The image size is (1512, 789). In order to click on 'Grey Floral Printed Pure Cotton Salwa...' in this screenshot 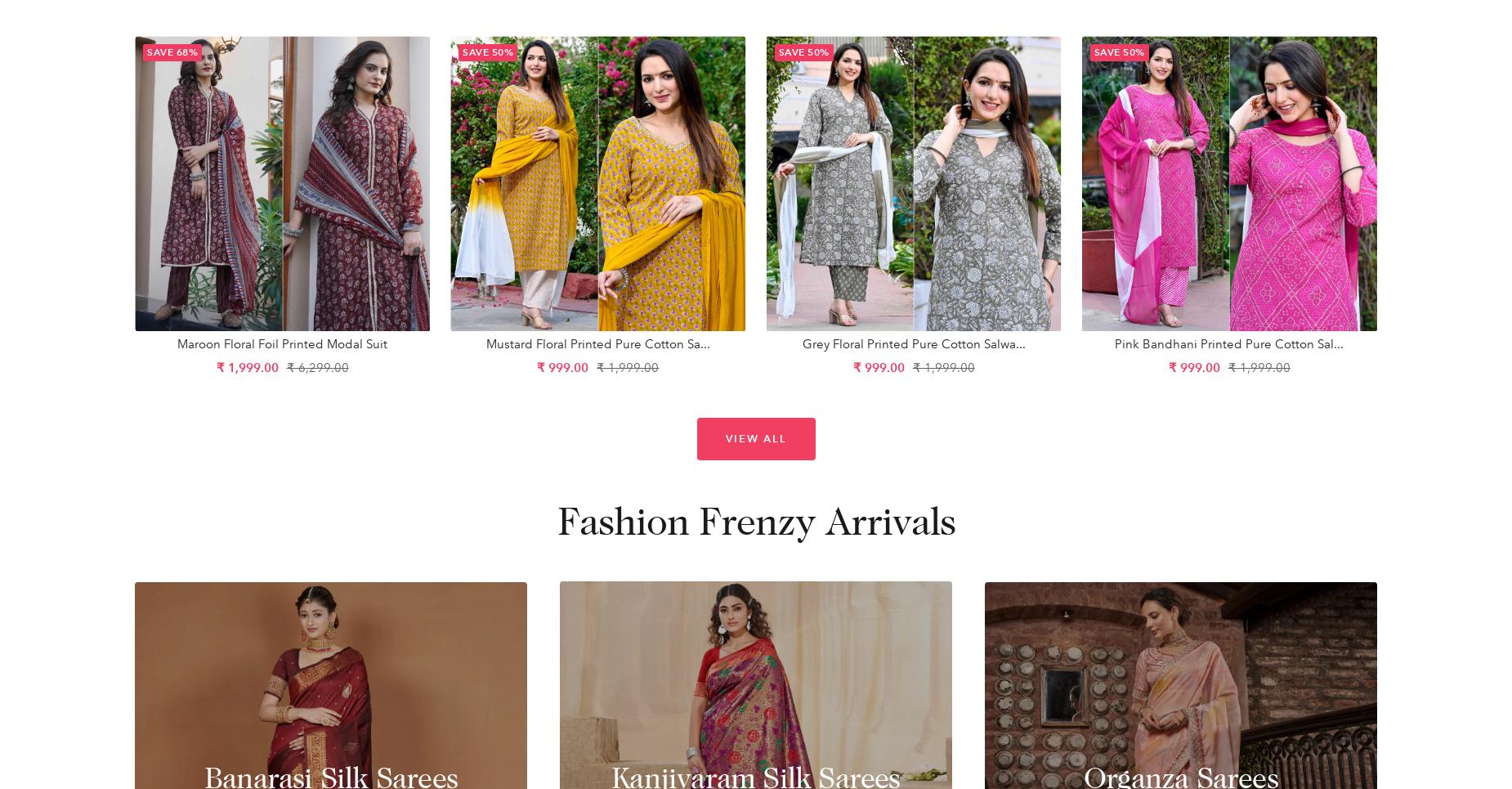, I will do `click(912, 344)`.